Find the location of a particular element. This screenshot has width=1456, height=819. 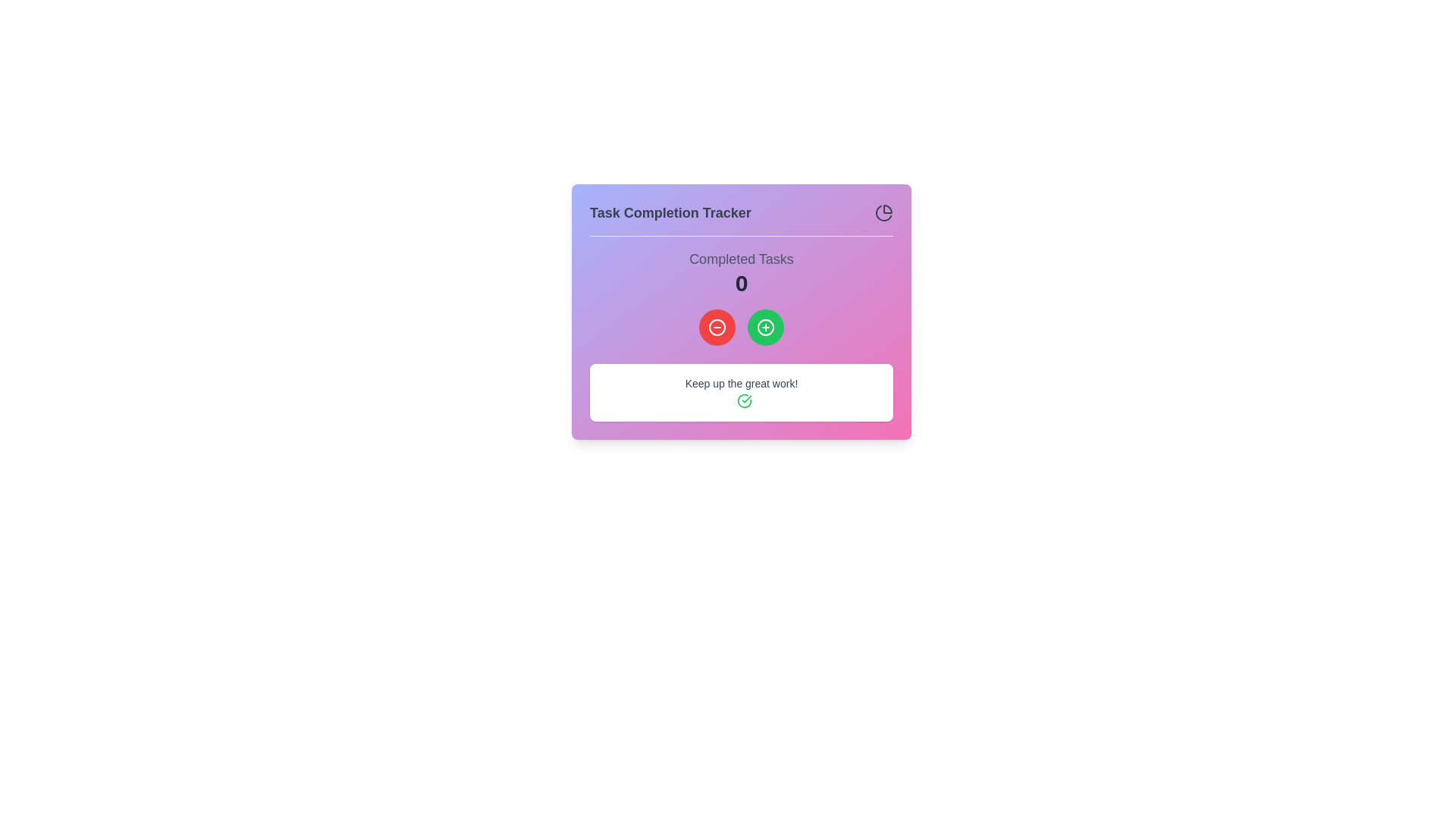

the circular green button with a white outline and a white plus sign in the center to activate its hover effect is located at coordinates (765, 327).